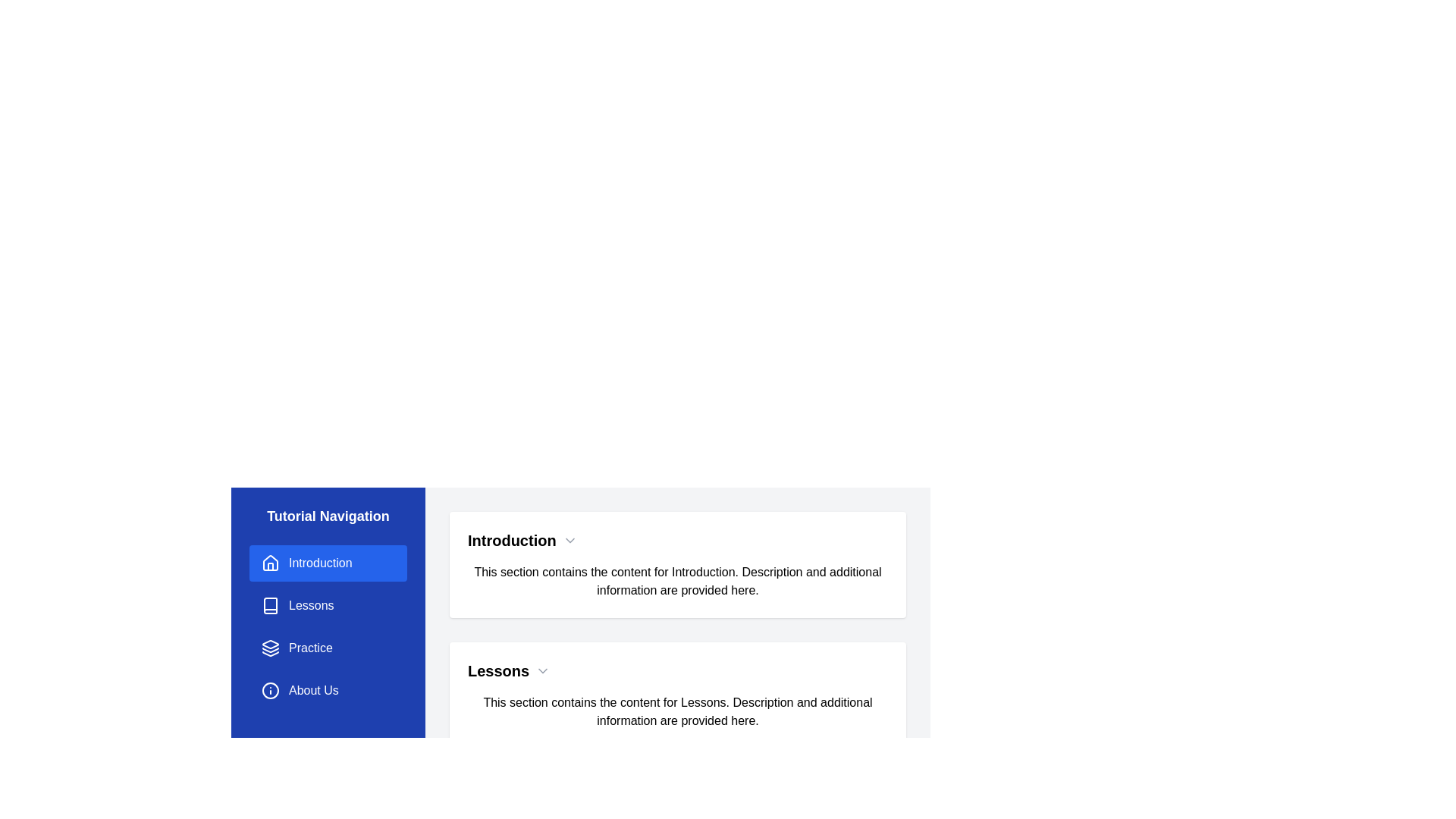 This screenshot has height=819, width=1456. I want to click on the house icon located at the top of the 'Introduction' button within the sidebar navigation menu, so click(270, 562).